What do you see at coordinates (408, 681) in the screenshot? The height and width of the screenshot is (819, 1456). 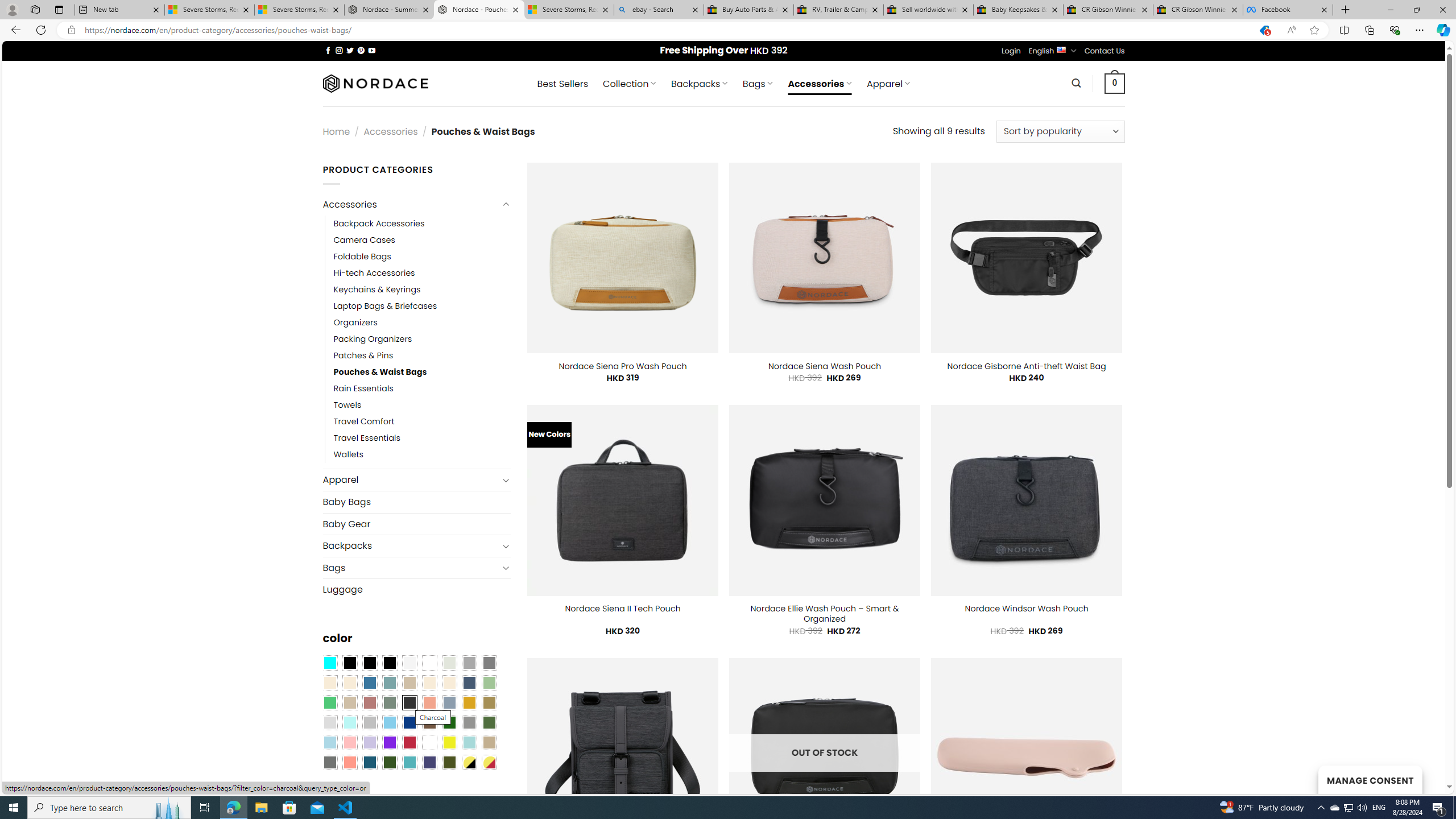 I see `'Brownie'` at bounding box center [408, 681].